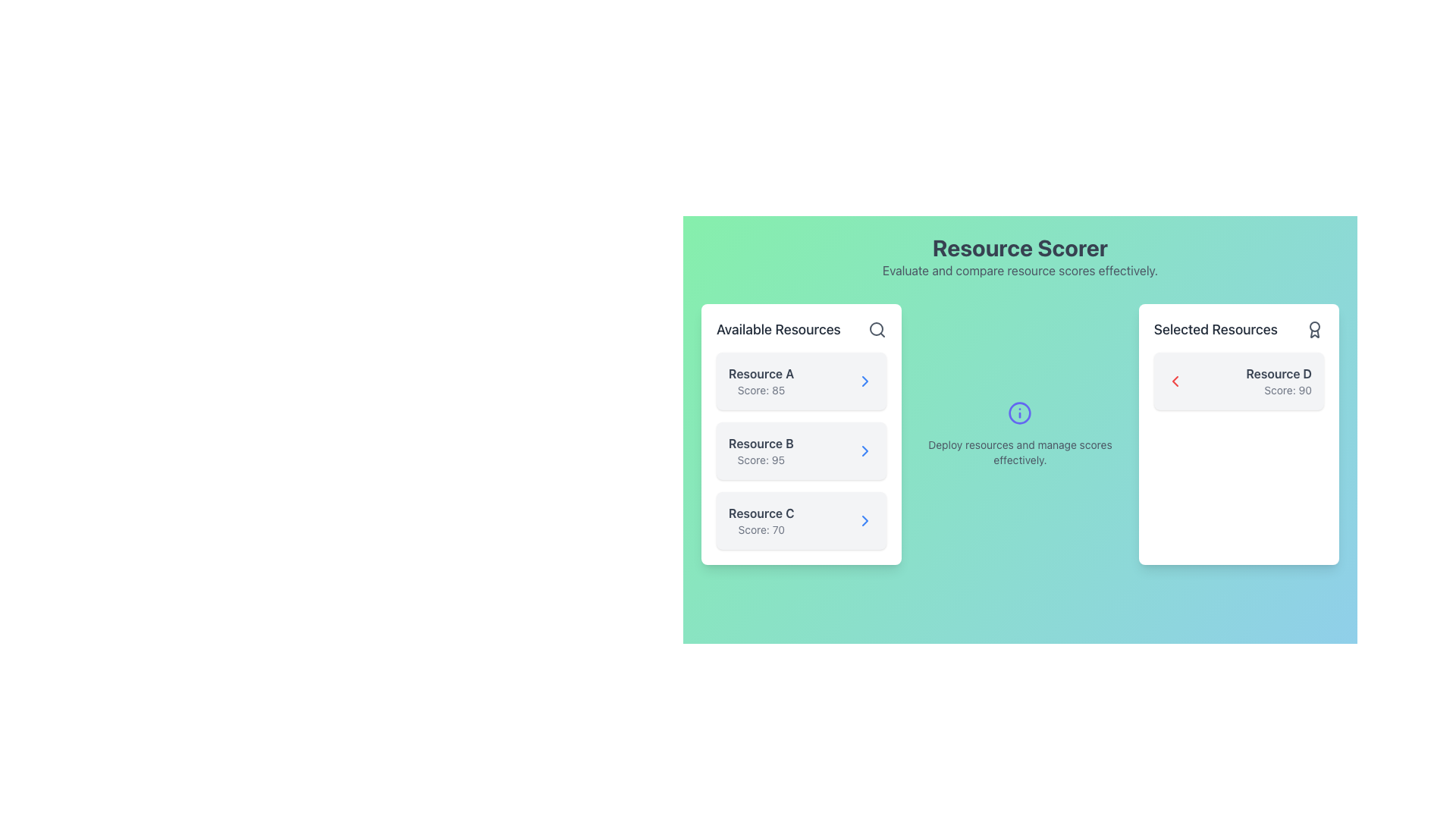 The image size is (1456, 819). What do you see at coordinates (1238, 380) in the screenshot?
I see `the textual area of the Composite component displaying 'Resource D' and 'Score: 90'` at bounding box center [1238, 380].